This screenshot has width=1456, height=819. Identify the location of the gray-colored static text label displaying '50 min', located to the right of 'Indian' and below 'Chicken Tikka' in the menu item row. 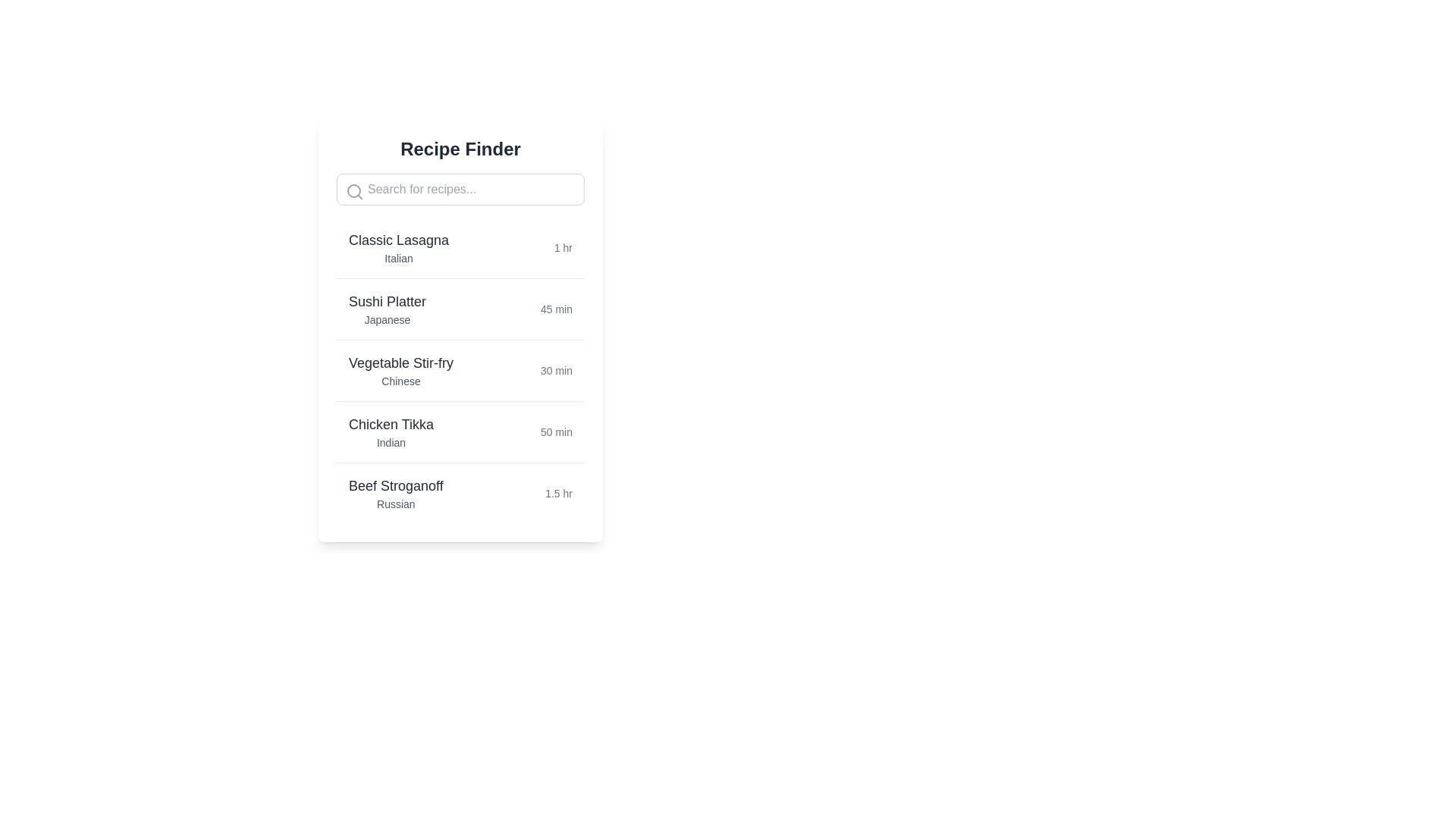
(556, 432).